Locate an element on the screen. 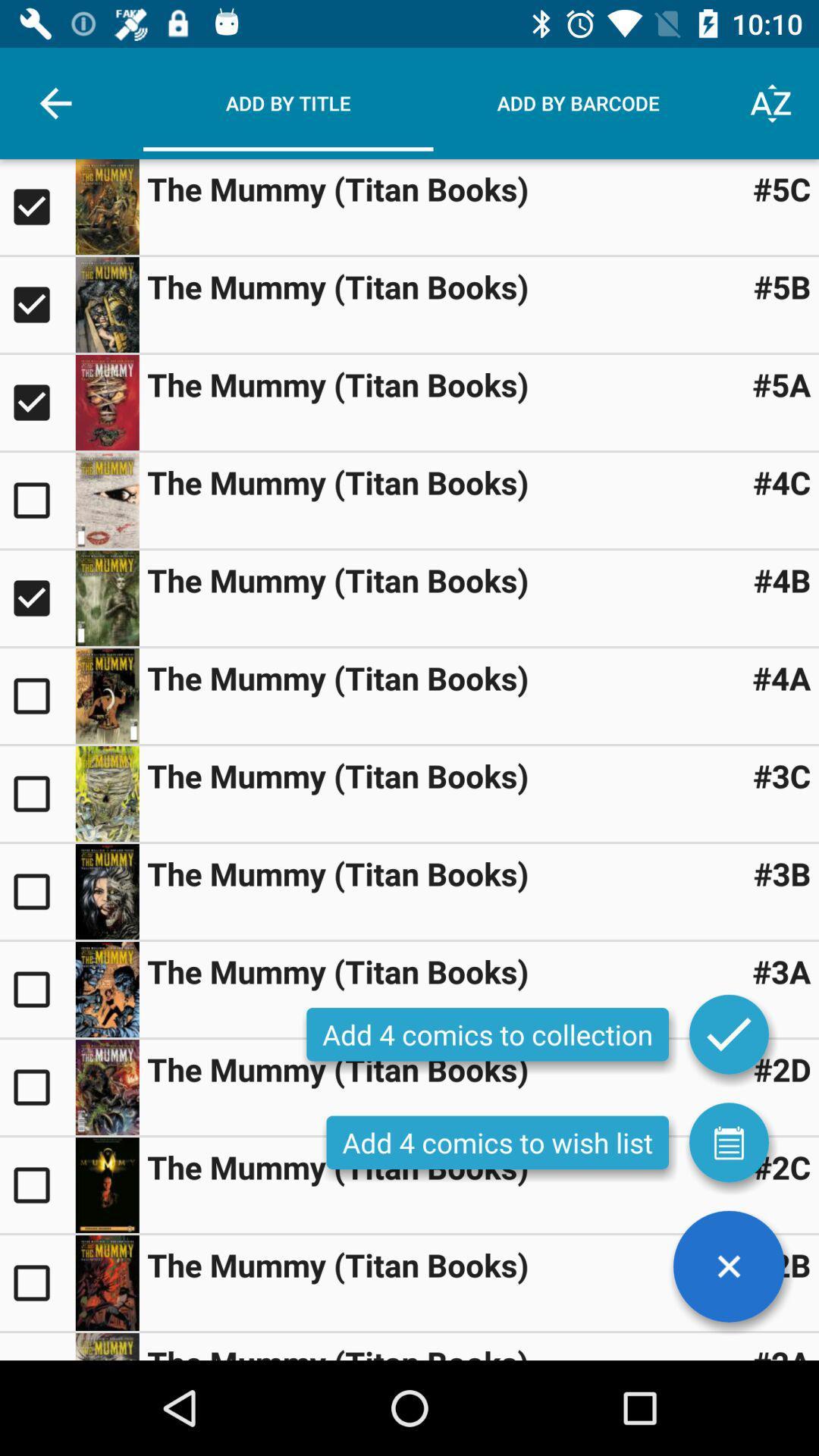  open book is located at coordinates (106, 1282).